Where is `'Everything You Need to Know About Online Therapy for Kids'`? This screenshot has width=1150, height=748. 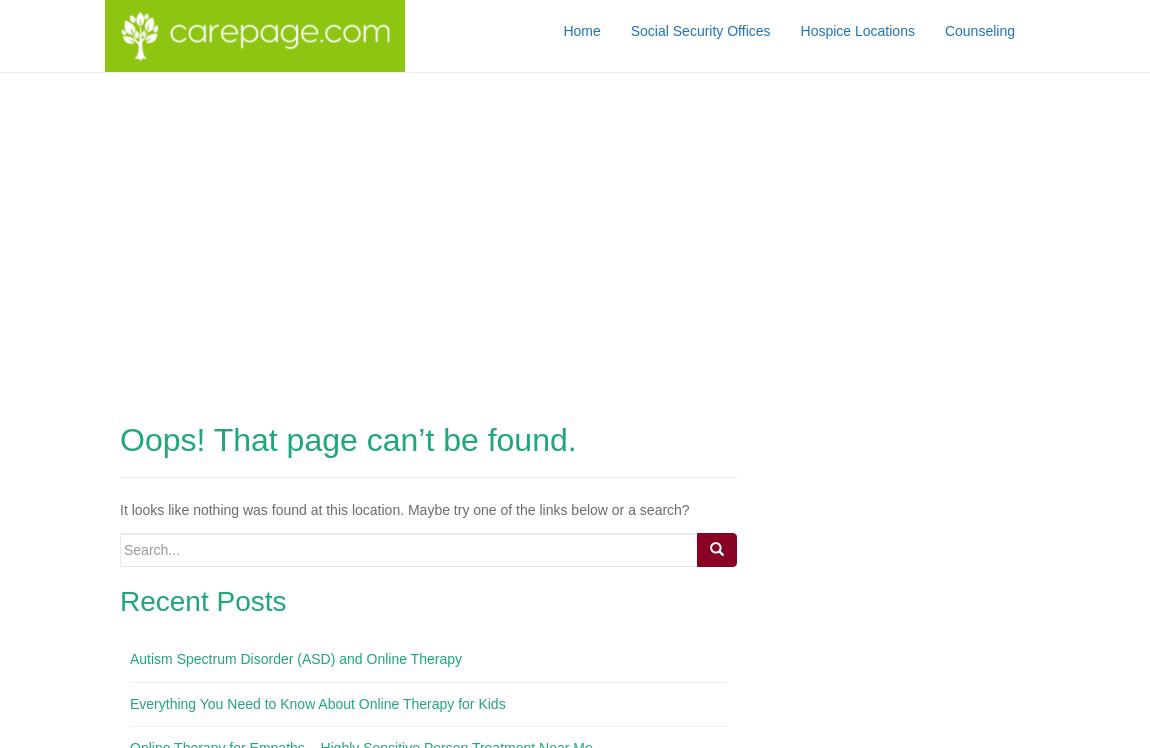 'Everything You Need to Know About Online Therapy for Kids' is located at coordinates (317, 701).